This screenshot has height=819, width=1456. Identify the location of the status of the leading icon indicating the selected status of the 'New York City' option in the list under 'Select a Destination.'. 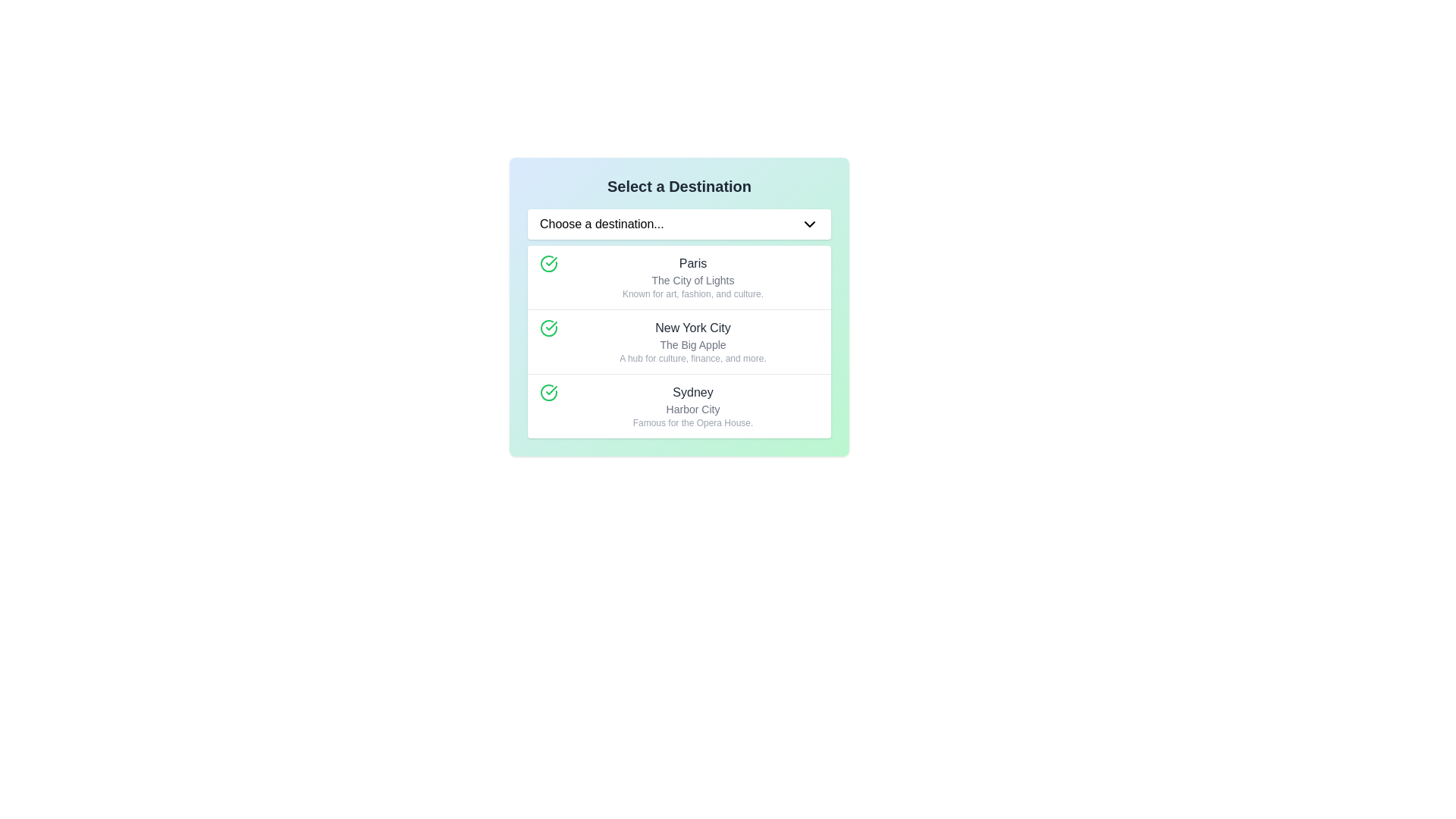
(548, 327).